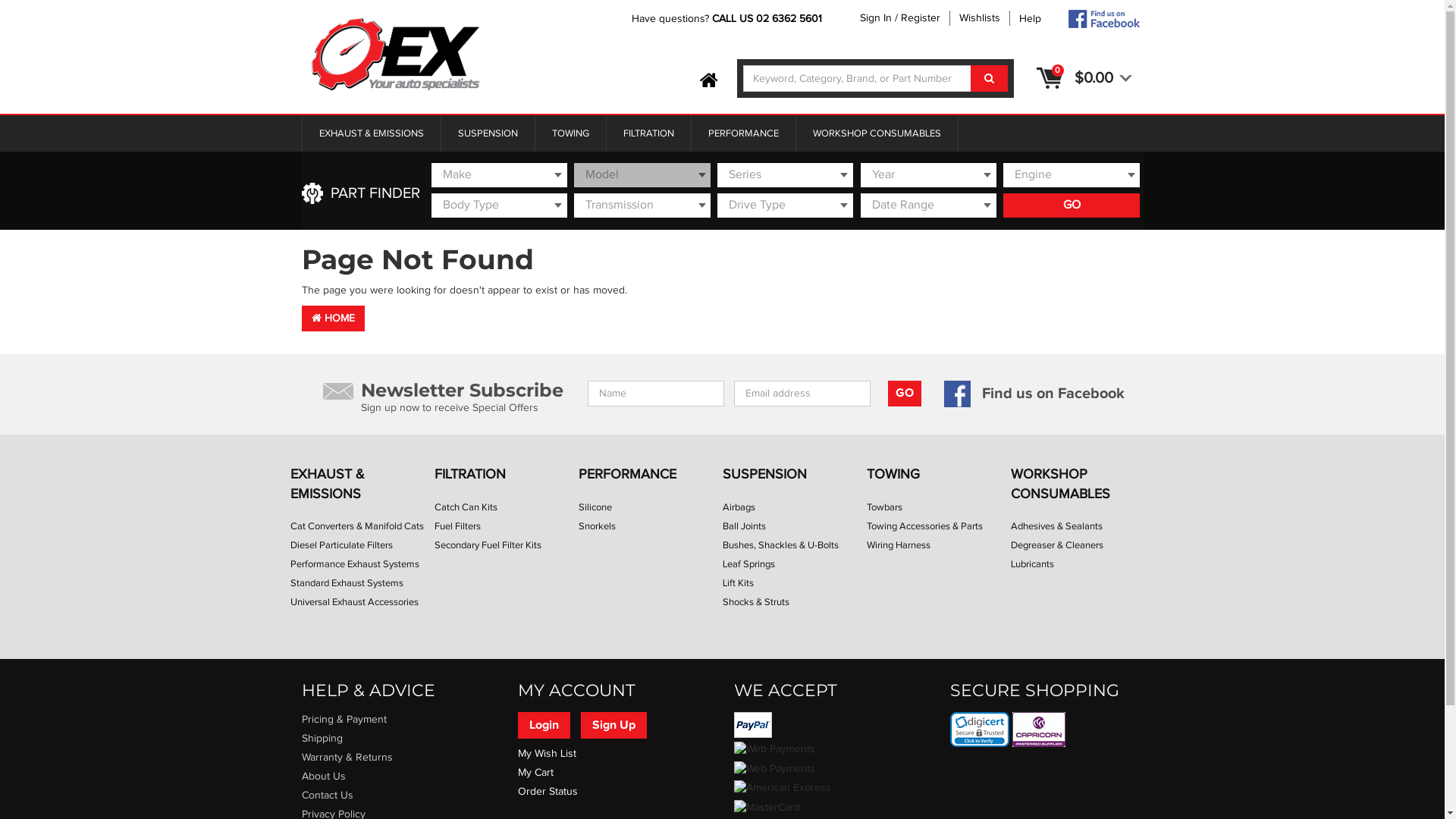 This screenshot has height=819, width=1456. I want to click on 'Fuel Filters', so click(456, 526).